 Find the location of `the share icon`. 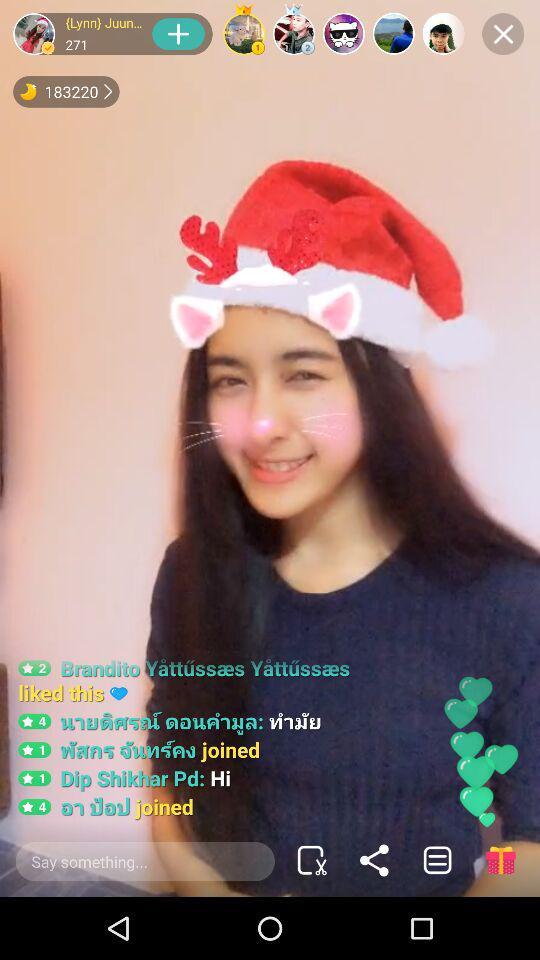

the share icon is located at coordinates (374, 859).